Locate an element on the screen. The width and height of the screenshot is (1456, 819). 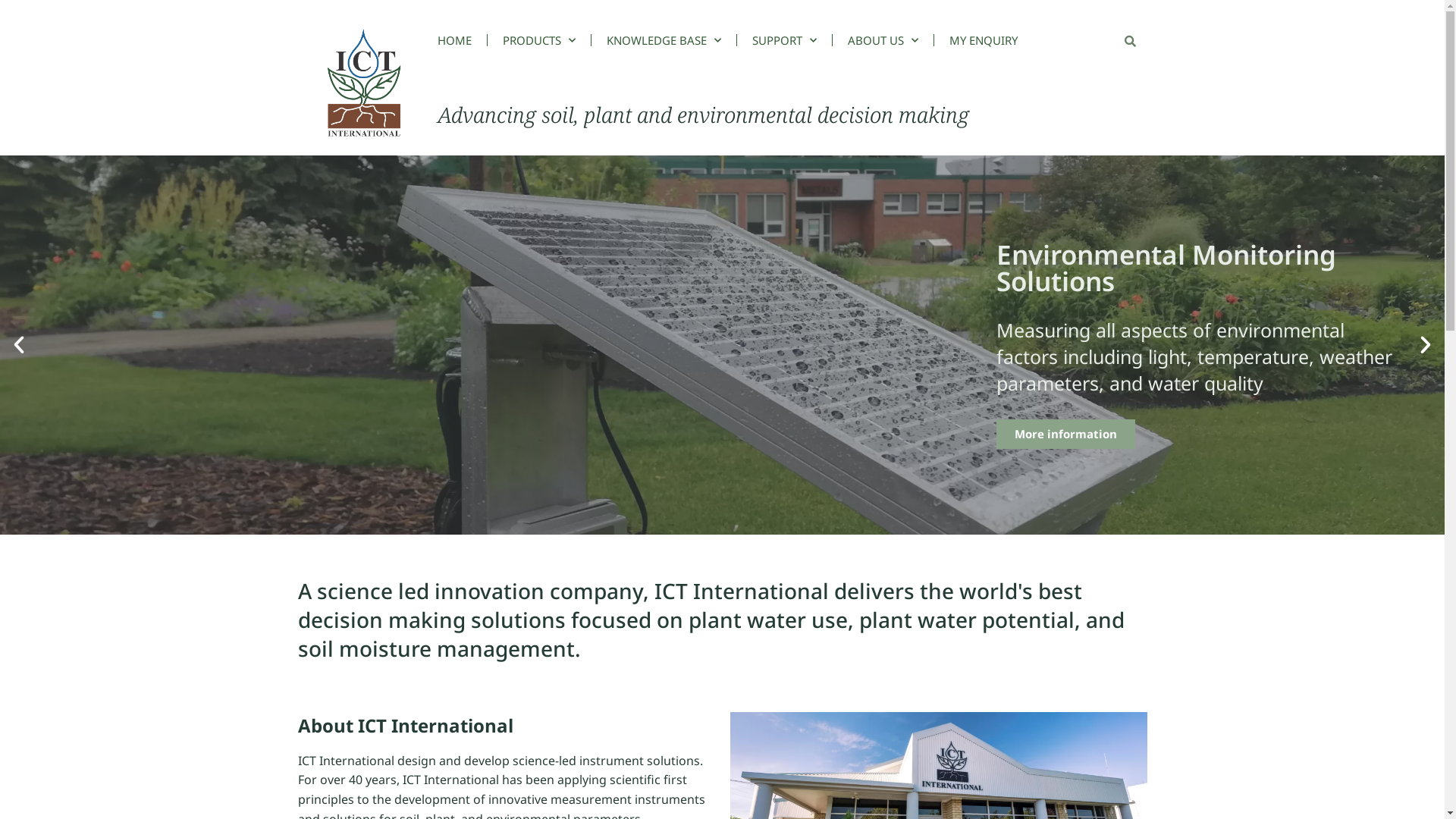
'HOME' is located at coordinates (461, 39).